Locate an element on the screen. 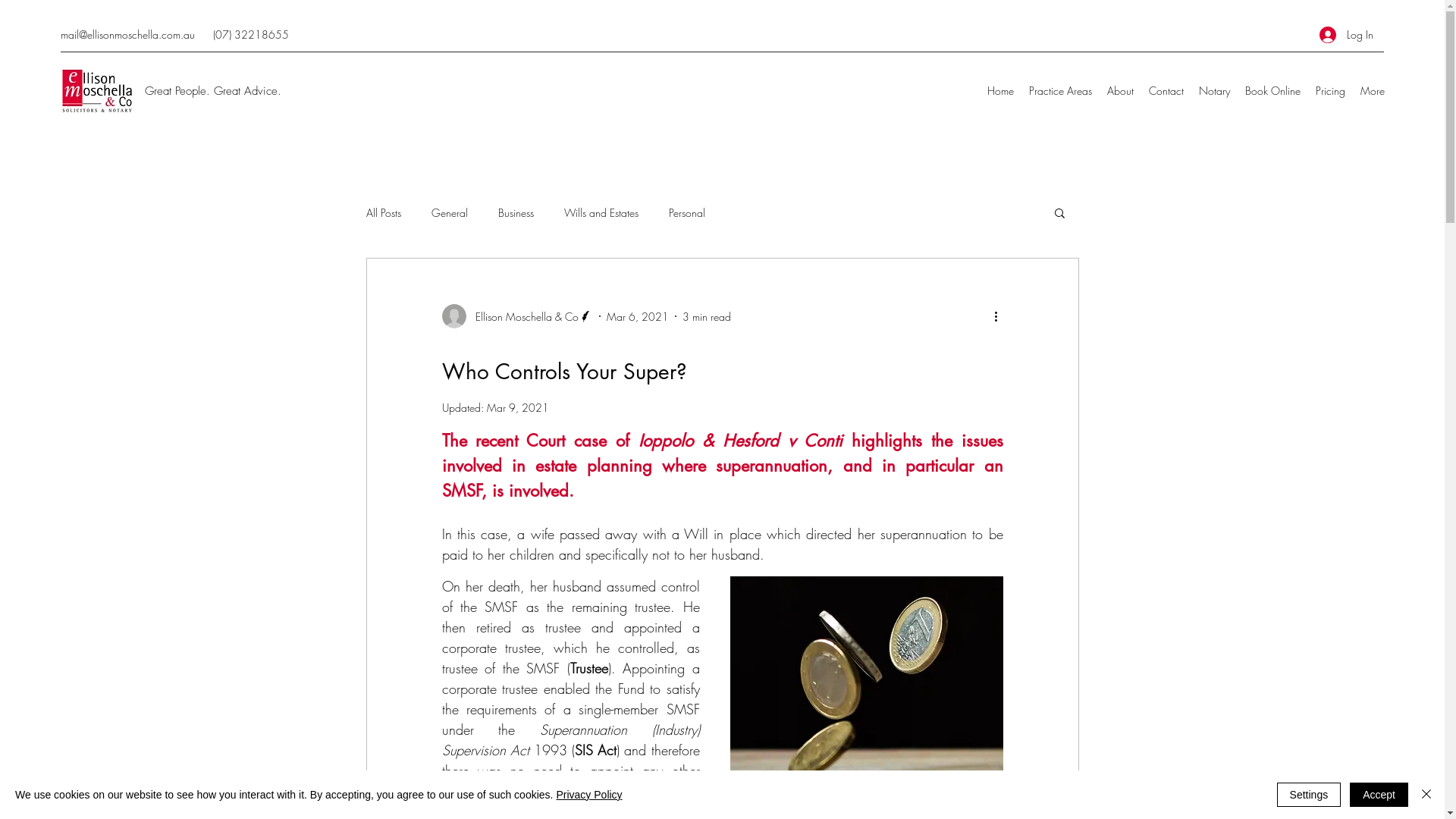 The image size is (1456, 819). 'Pricing' is located at coordinates (1307, 90).